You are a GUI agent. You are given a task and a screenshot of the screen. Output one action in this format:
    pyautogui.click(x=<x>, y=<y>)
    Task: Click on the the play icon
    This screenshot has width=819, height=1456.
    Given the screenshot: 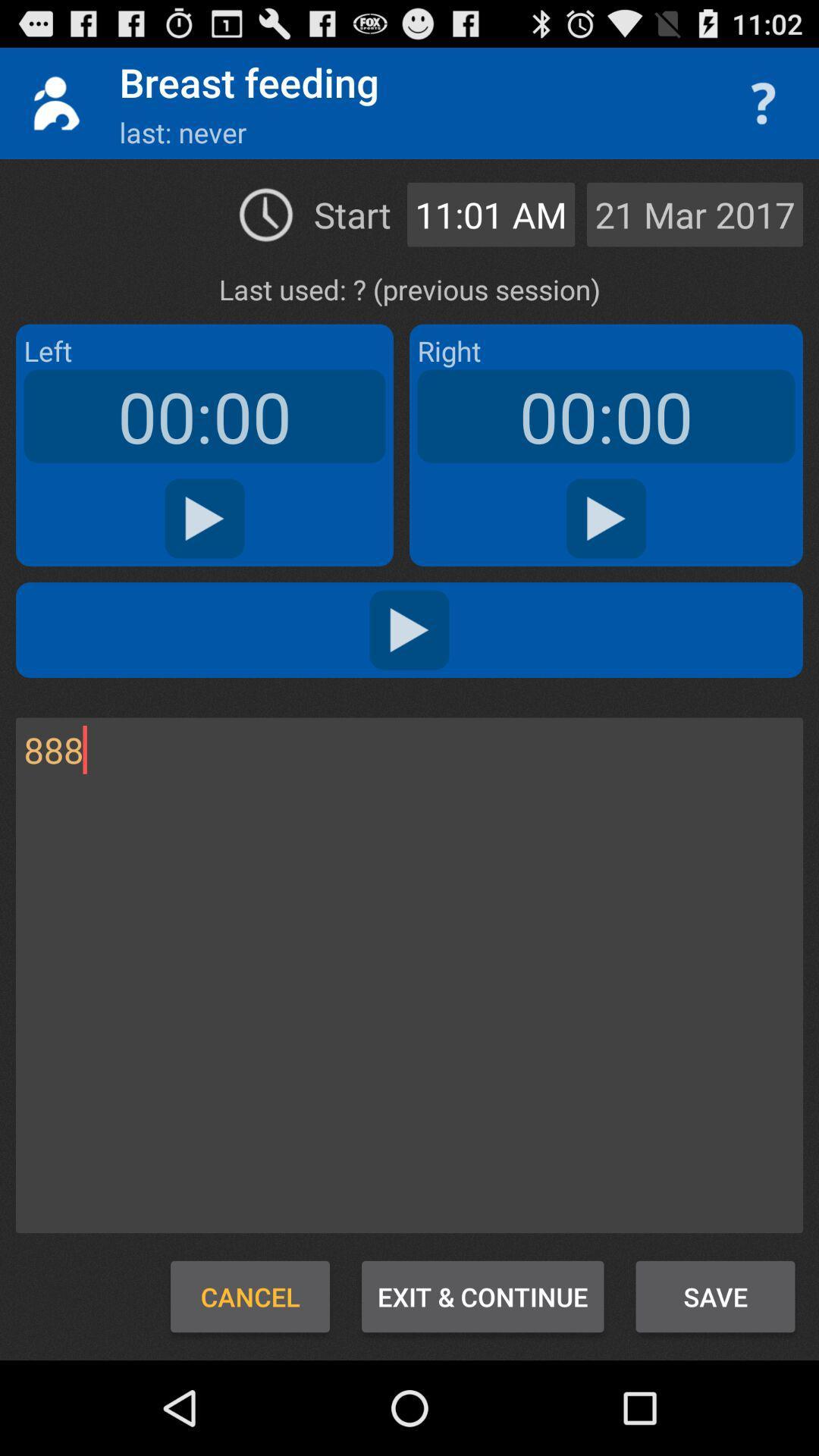 What is the action you would take?
    pyautogui.click(x=605, y=554)
    